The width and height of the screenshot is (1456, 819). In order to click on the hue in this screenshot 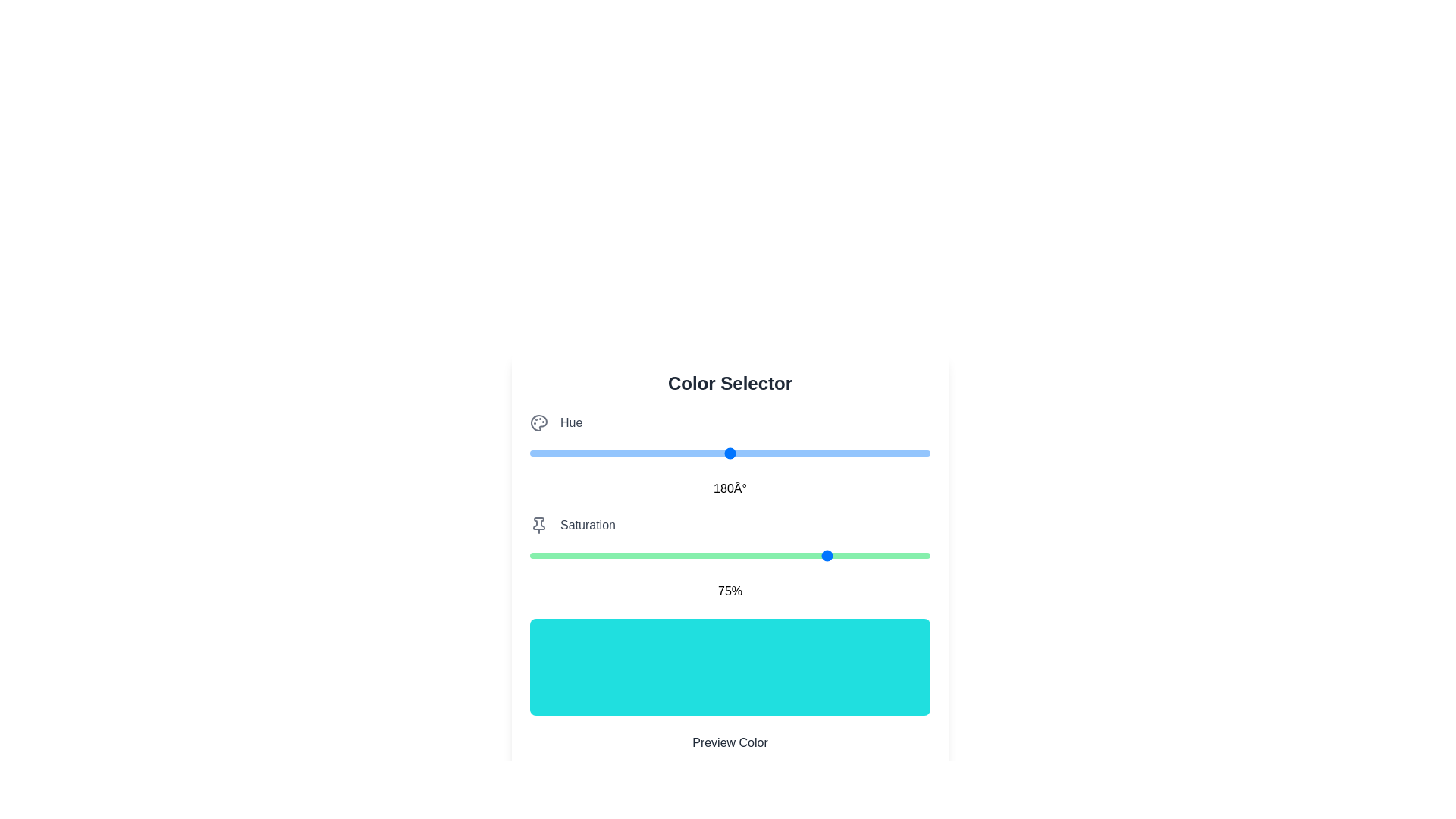, I will do `click(692, 452)`.